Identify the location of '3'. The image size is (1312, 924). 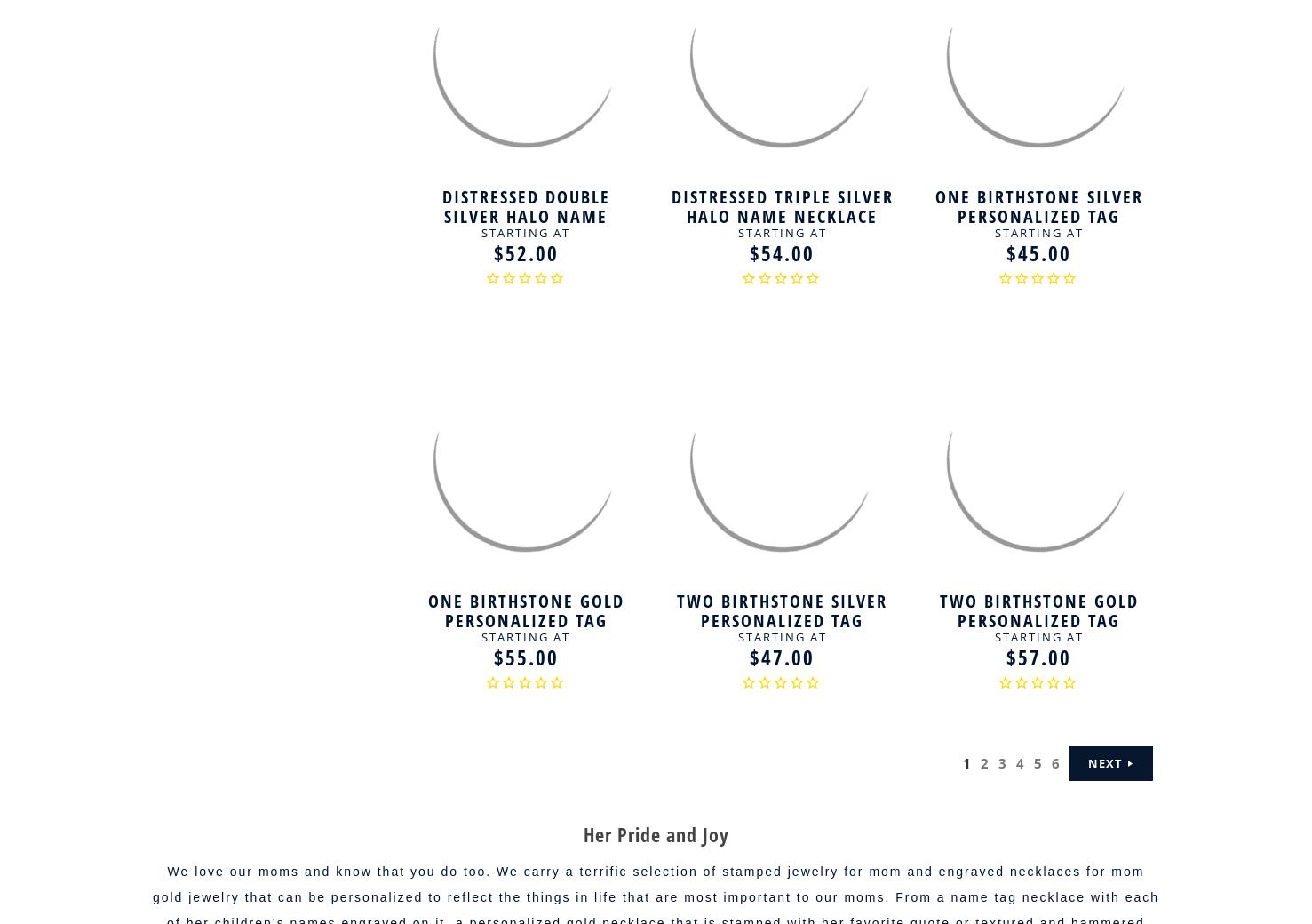
(1003, 762).